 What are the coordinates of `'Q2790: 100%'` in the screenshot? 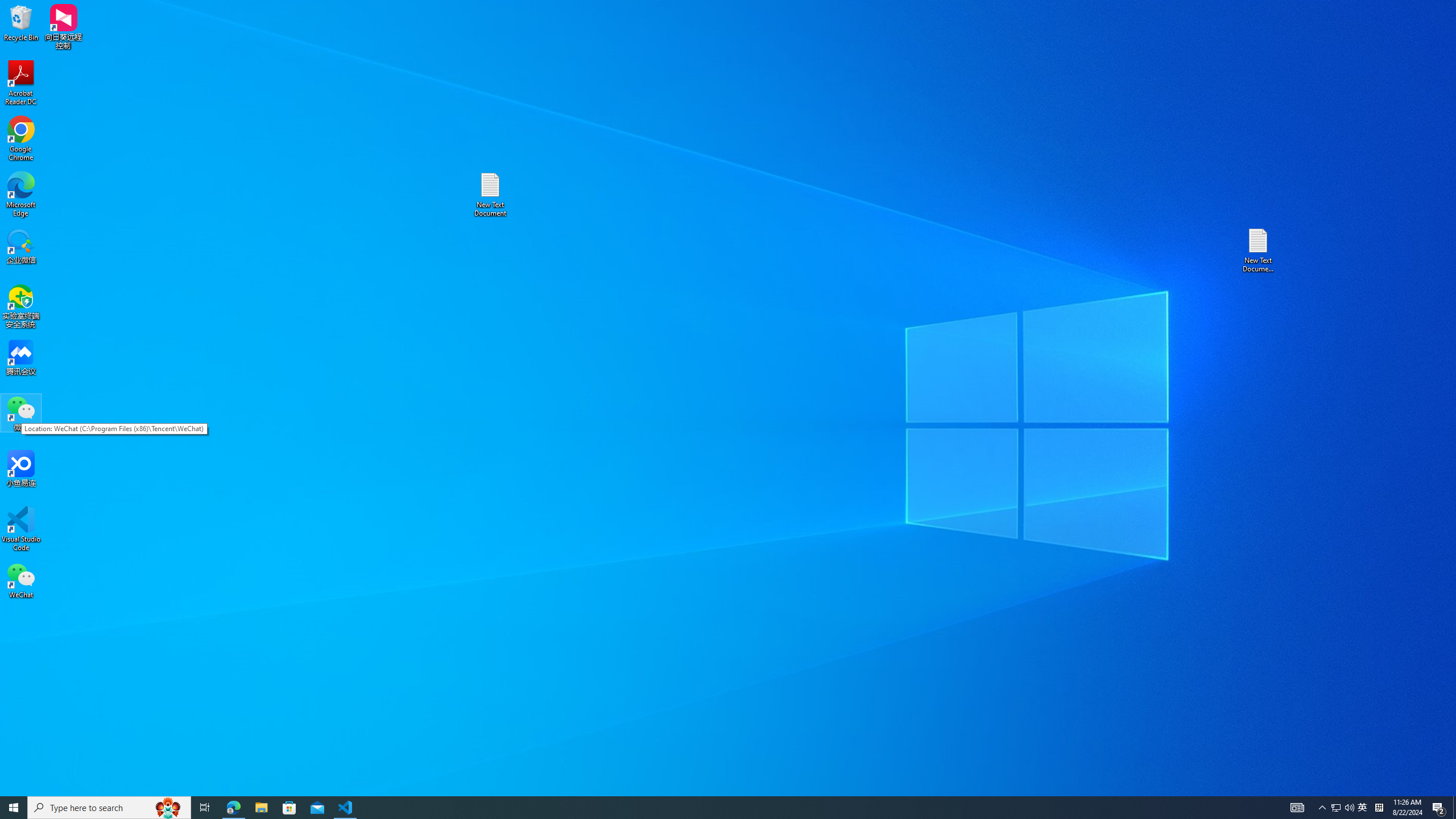 It's located at (1363, 806).